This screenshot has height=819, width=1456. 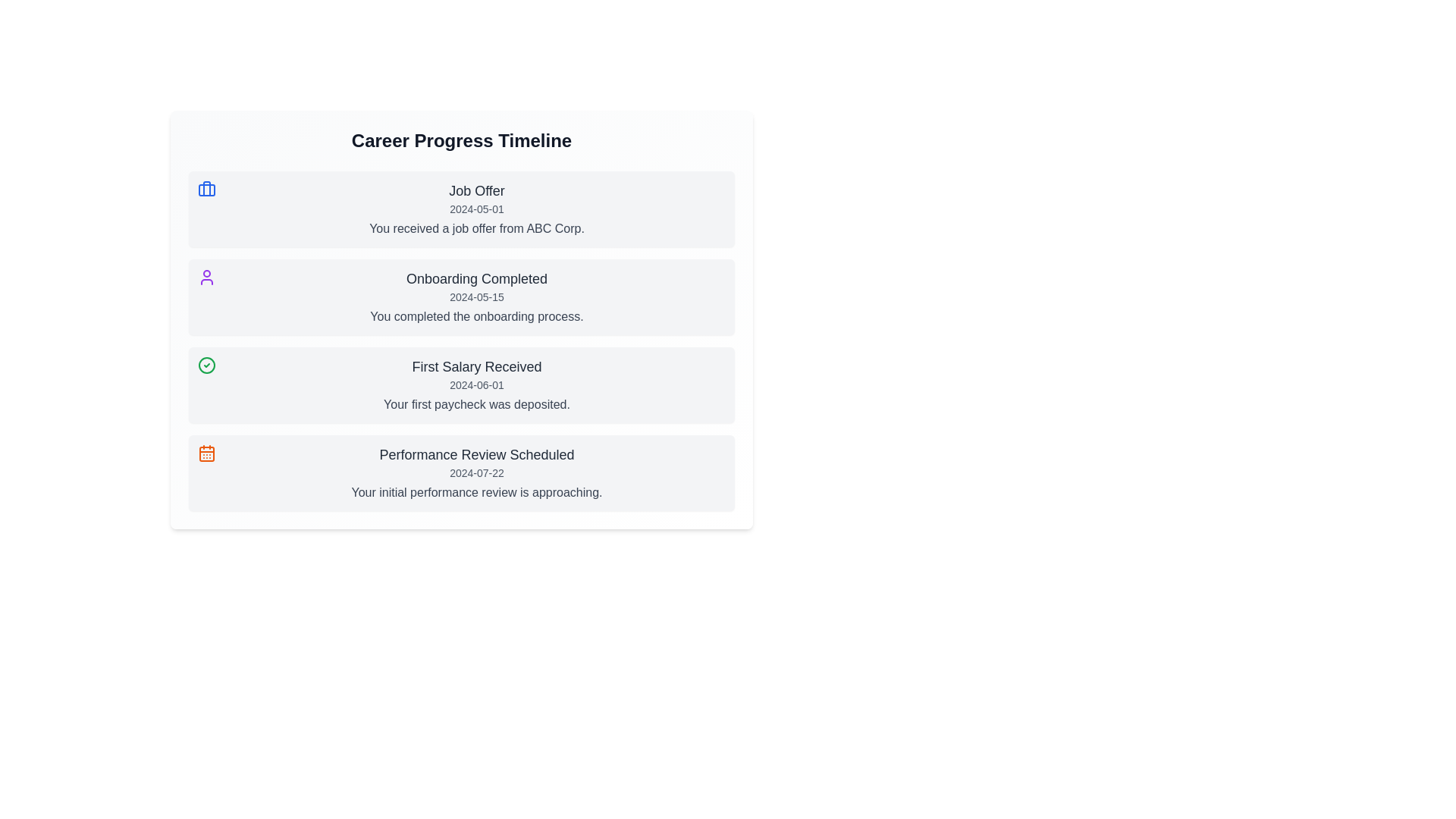 What do you see at coordinates (475, 472) in the screenshot?
I see `the text label displaying the date '2024-07-22', which is part of the 'Career Progress Timeline' interface, located below the heading 'Performance Review Scheduled'` at bounding box center [475, 472].